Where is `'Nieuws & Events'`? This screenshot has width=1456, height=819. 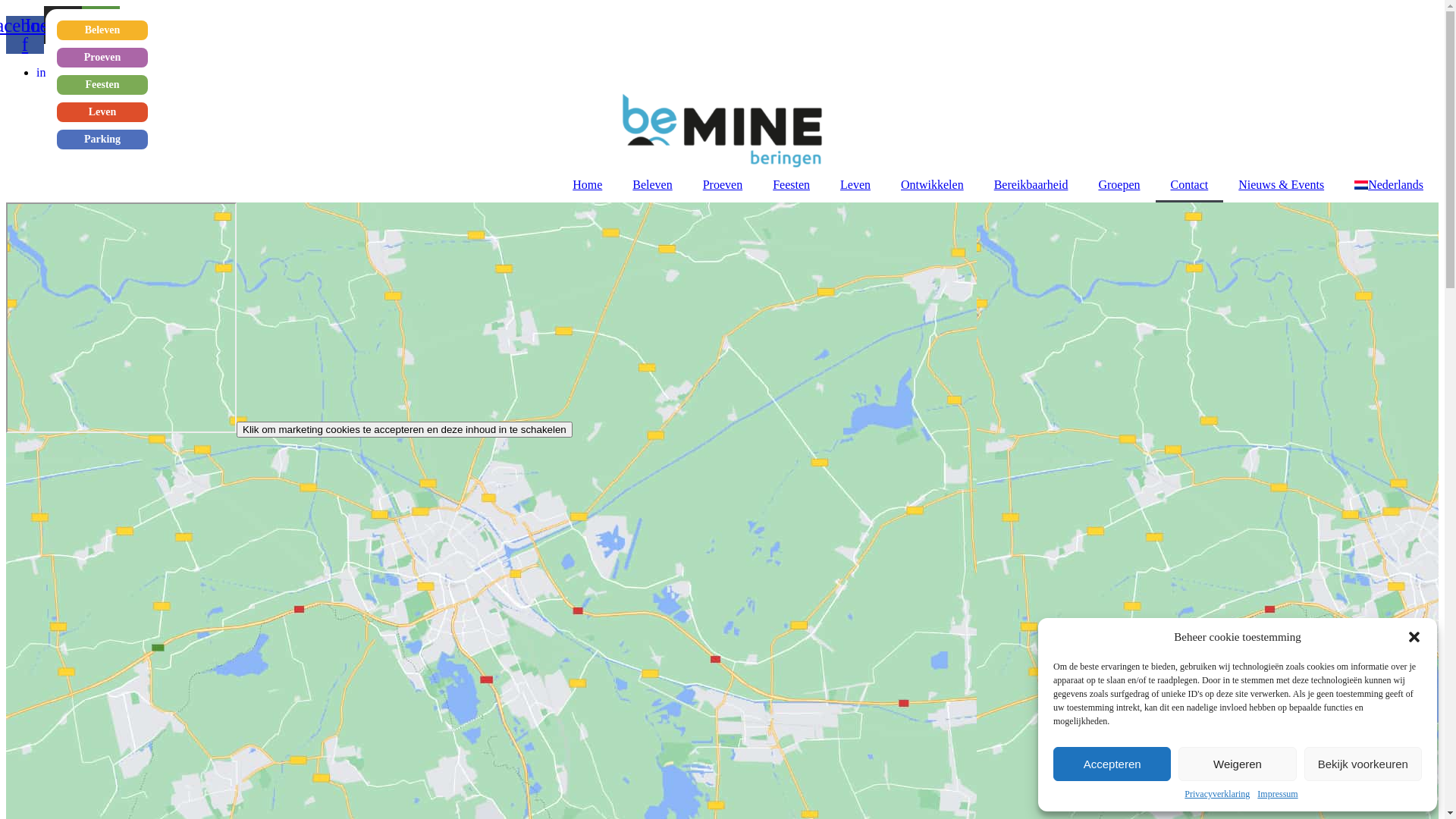
'Nieuws & Events' is located at coordinates (1280, 184).